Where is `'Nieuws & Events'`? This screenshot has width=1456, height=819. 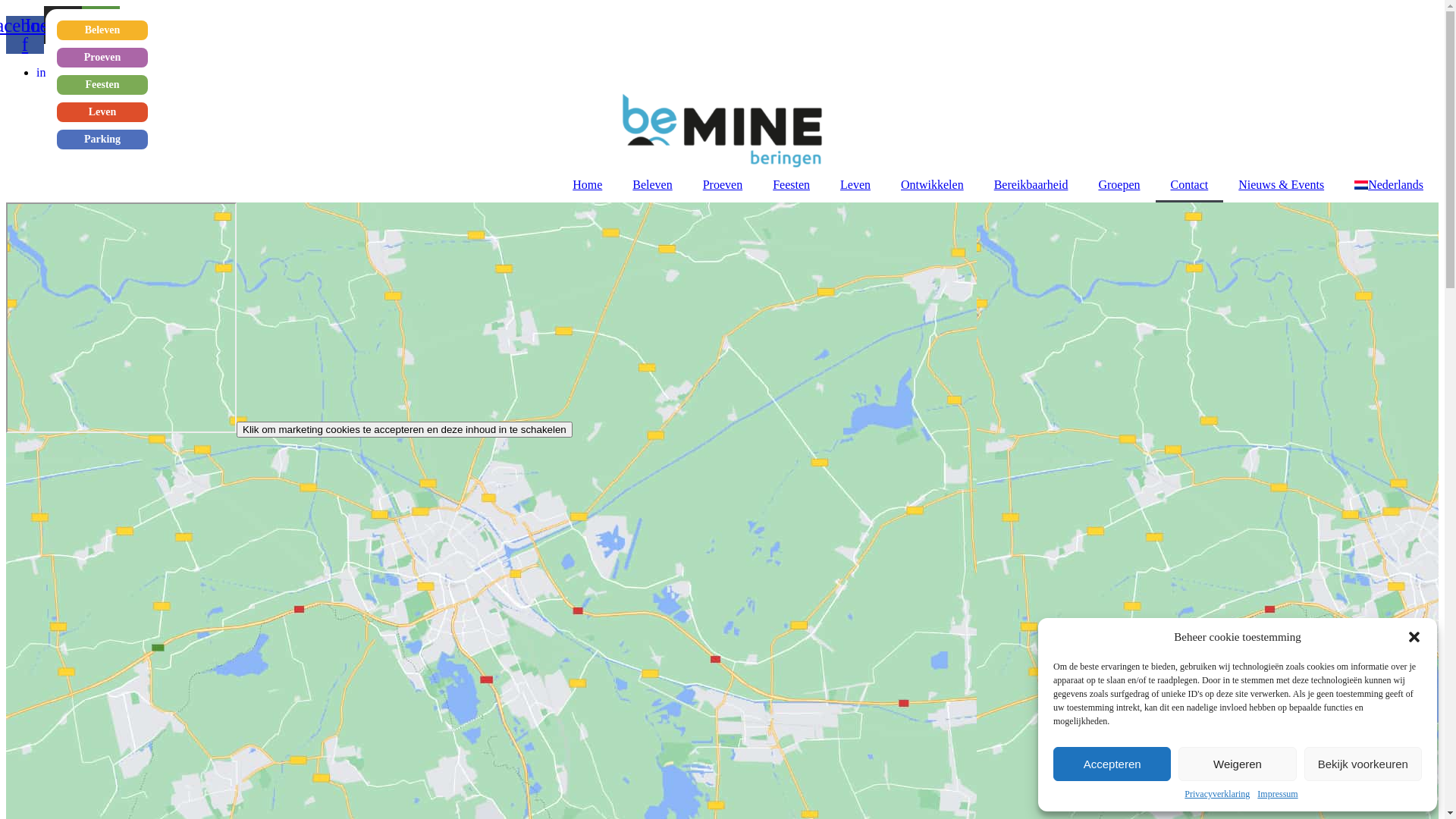
'Nieuws & Events' is located at coordinates (1280, 184).